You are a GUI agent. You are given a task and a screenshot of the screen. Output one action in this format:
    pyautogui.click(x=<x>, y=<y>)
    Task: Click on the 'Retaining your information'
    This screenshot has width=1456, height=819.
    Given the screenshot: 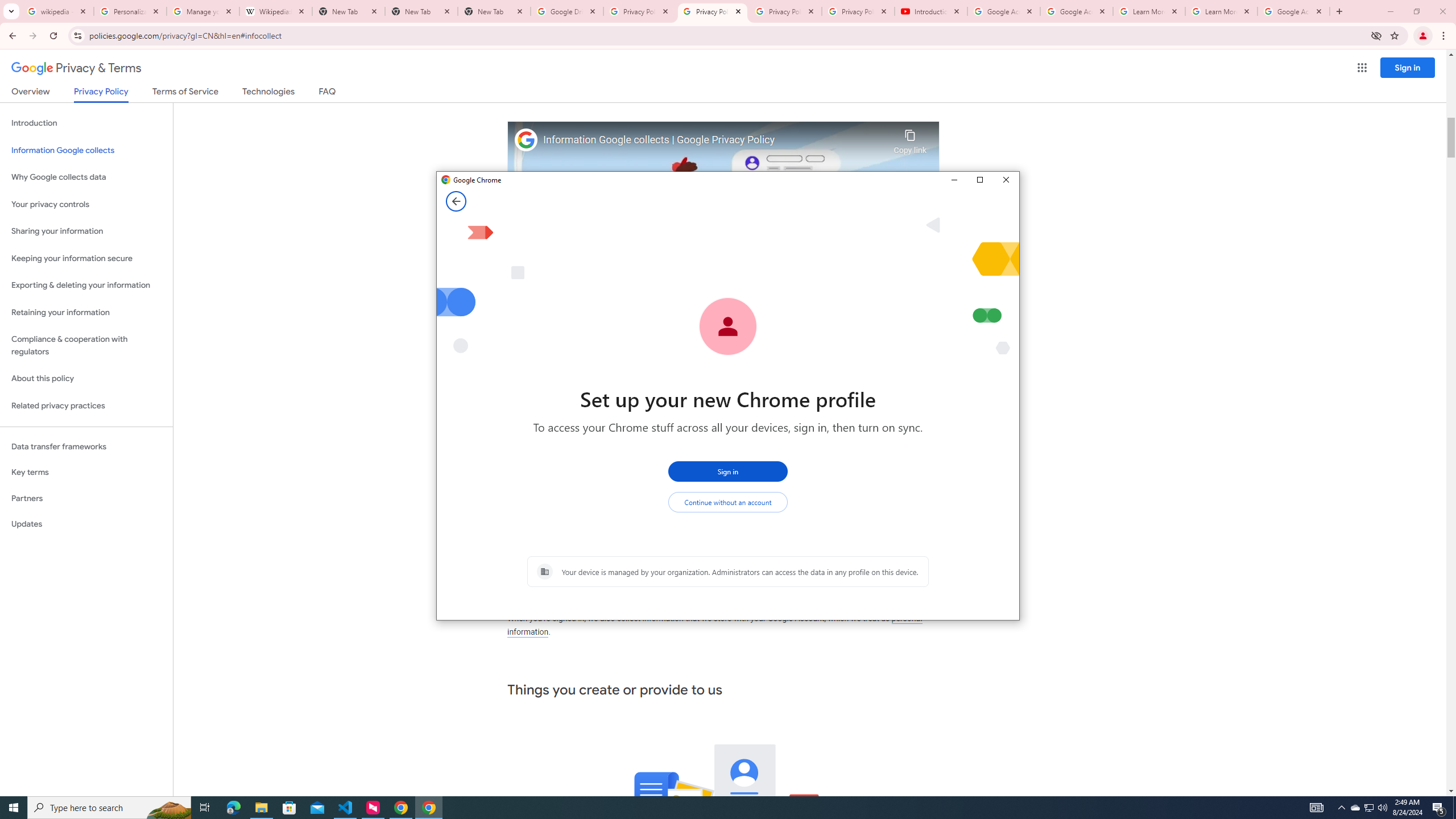 What is the action you would take?
    pyautogui.click(x=86, y=312)
    